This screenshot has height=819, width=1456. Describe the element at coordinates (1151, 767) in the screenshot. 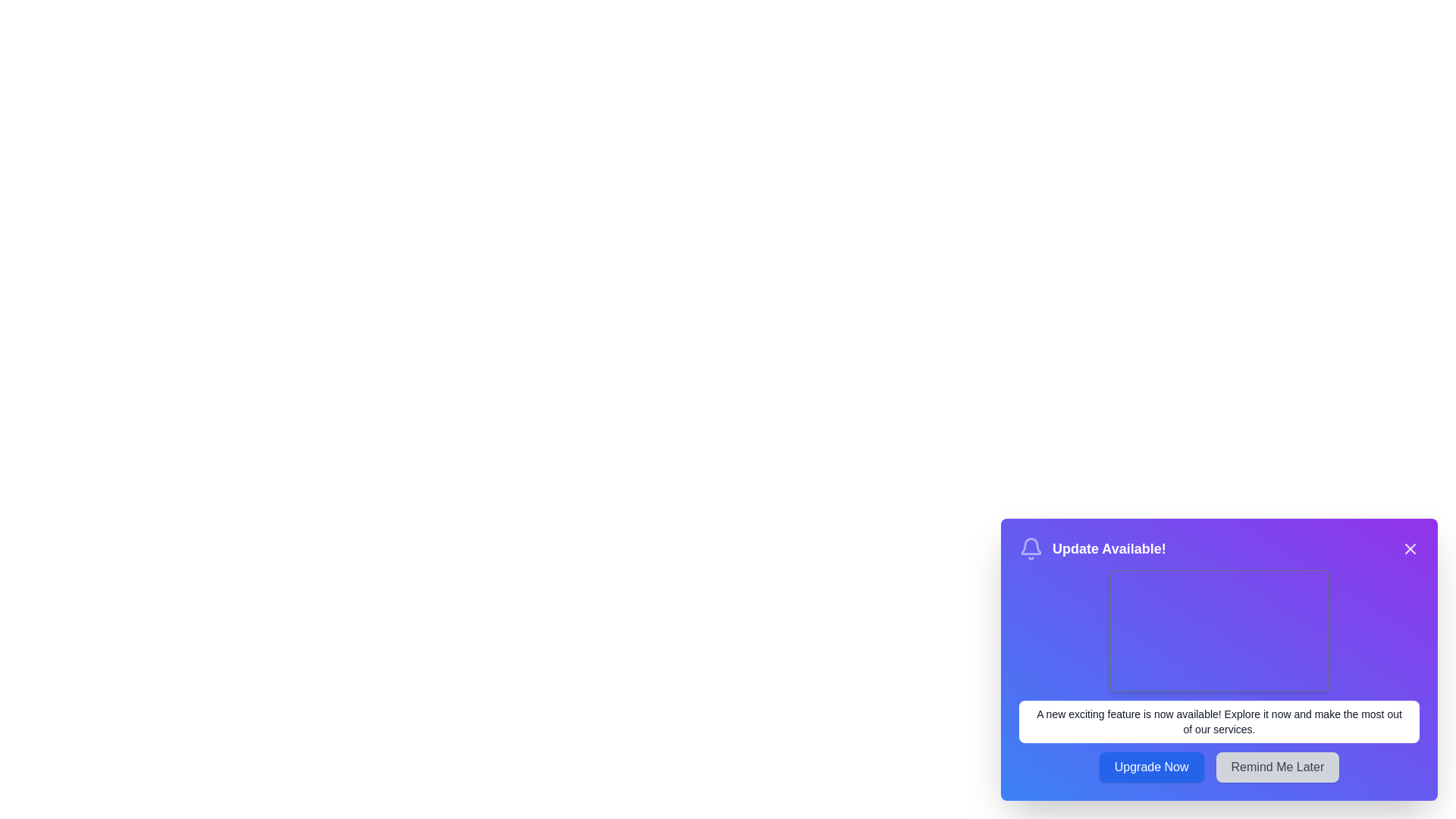

I see `the button Upgrade Now to observe its hover effect` at that location.